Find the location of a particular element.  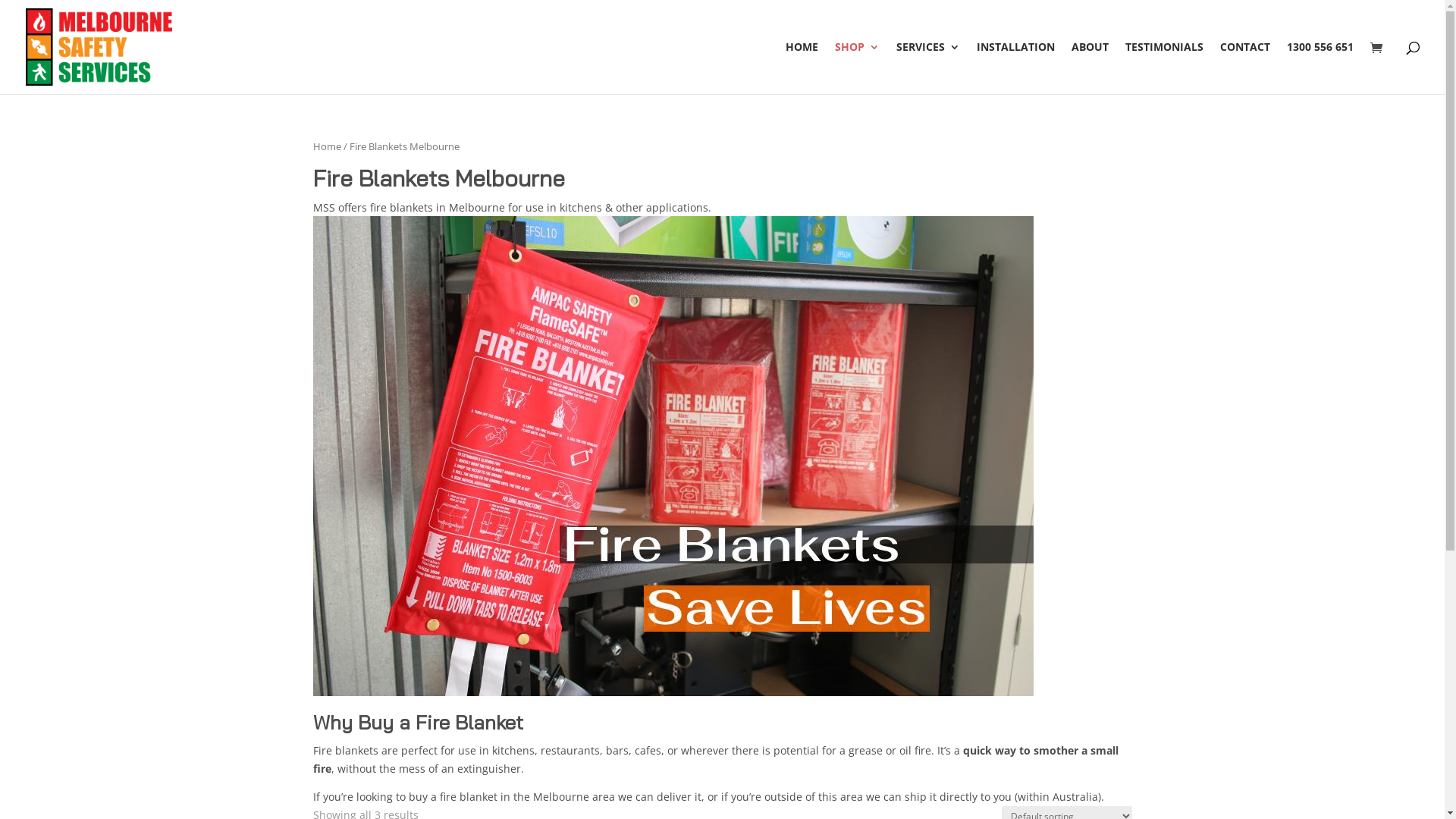

'SERVICES' is located at coordinates (927, 67).